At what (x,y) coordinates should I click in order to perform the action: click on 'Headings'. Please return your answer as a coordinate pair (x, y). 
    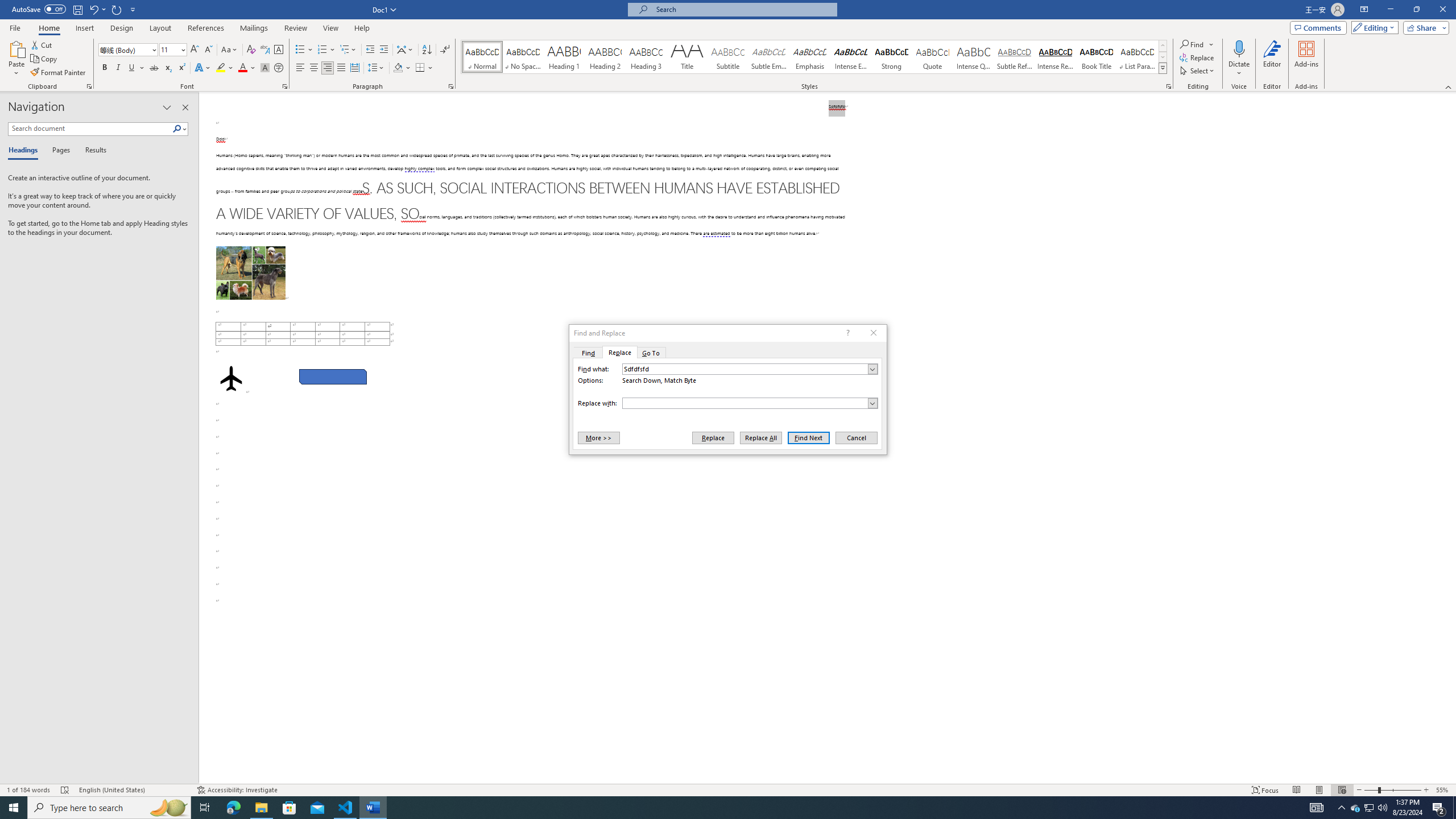
    Looking at the image, I should click on (25, 150).